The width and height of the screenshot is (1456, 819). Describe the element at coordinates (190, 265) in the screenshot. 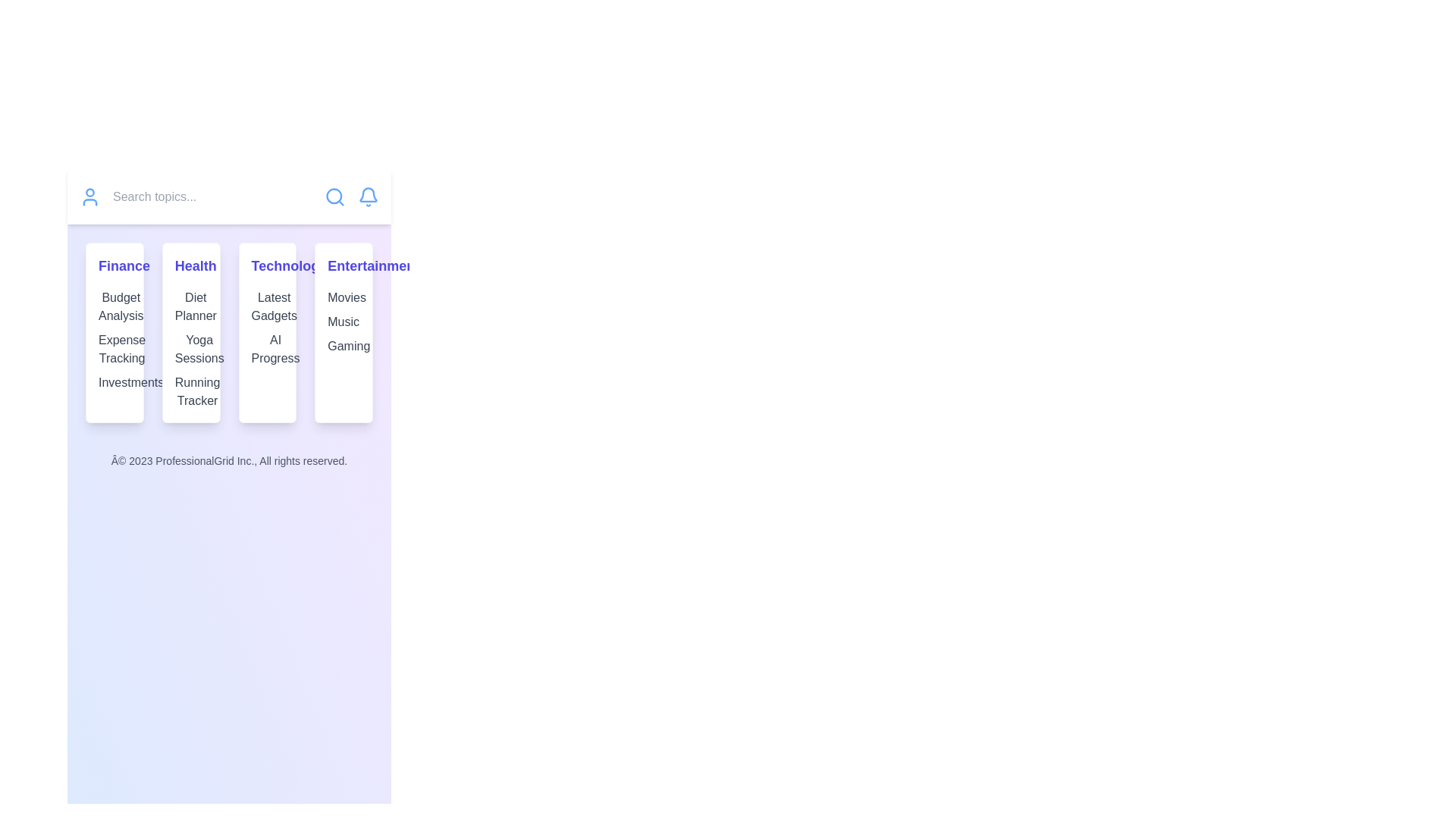

I see `the 'Health' title located at the top center of the second card in a grid layout` at that location.